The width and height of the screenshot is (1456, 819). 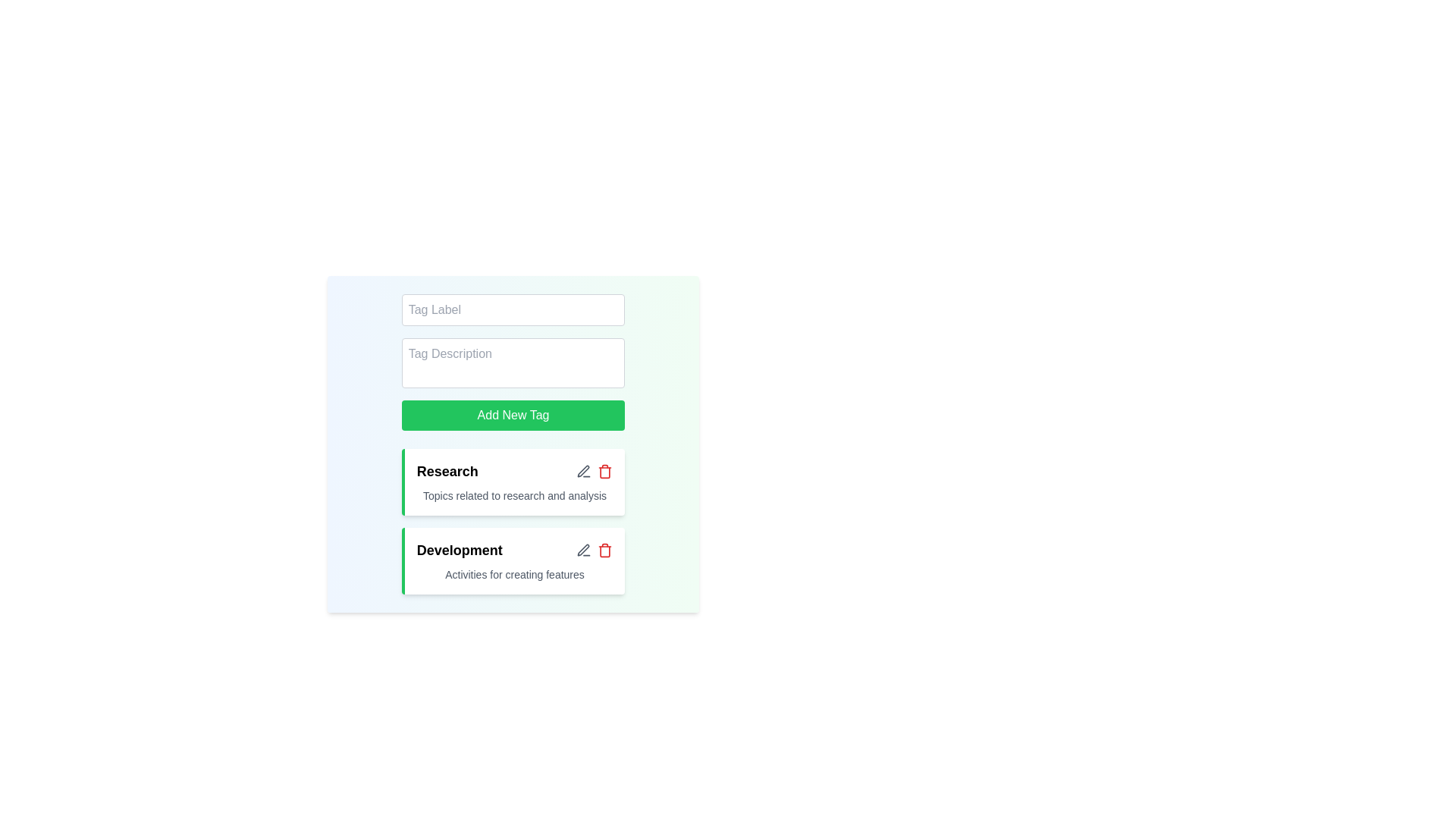 What do you see at coordinates (583, 550) in the screenshot?
I see `the edit icon button located at the top-right corner of the 'Development' card to initiate the edit action` at bounding box center [583, 550].